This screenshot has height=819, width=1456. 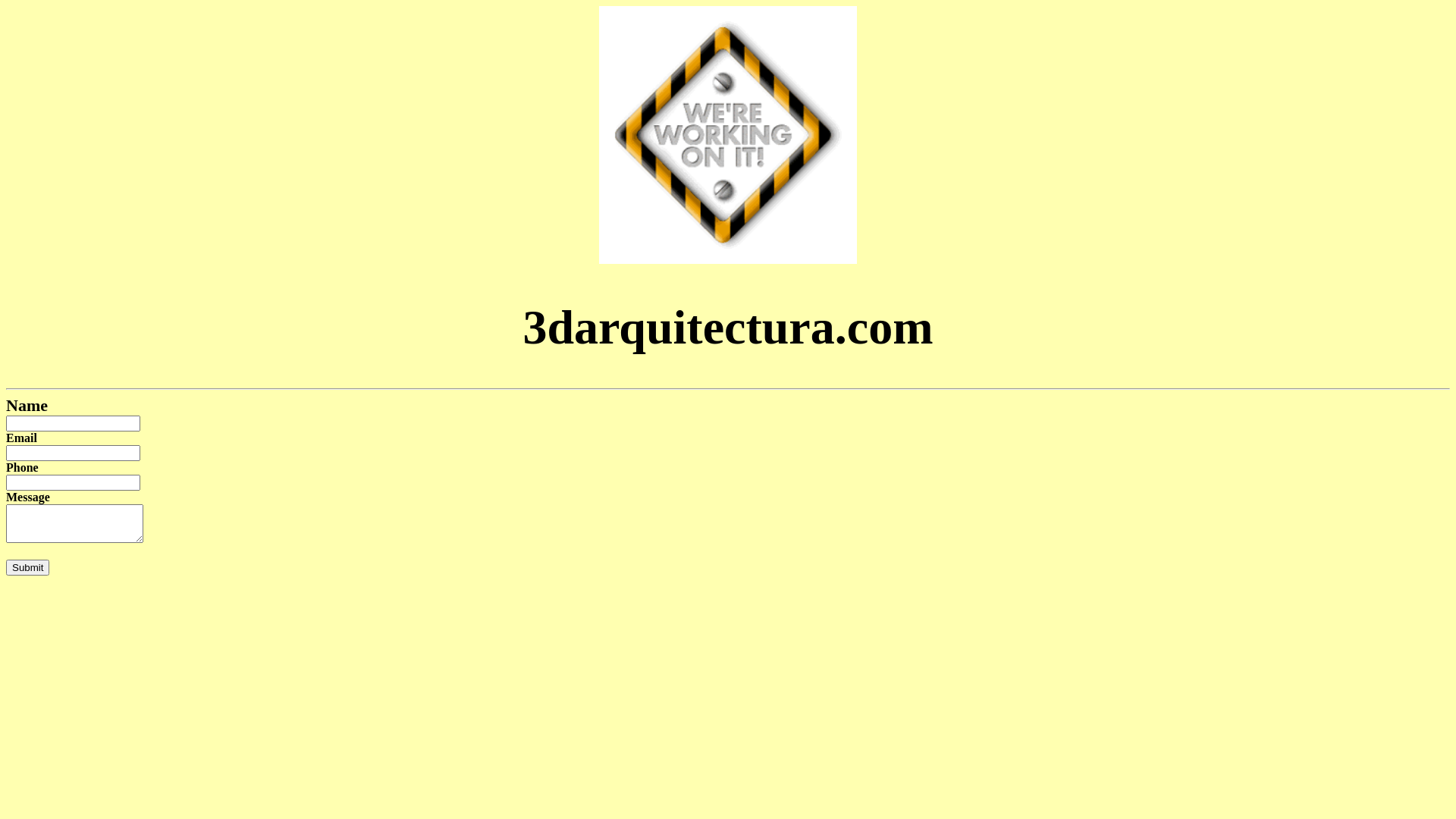 What do you see at coordinates (6, 567) in the screenshot?
I see `'Submit'` at bounding box center [6, 567].